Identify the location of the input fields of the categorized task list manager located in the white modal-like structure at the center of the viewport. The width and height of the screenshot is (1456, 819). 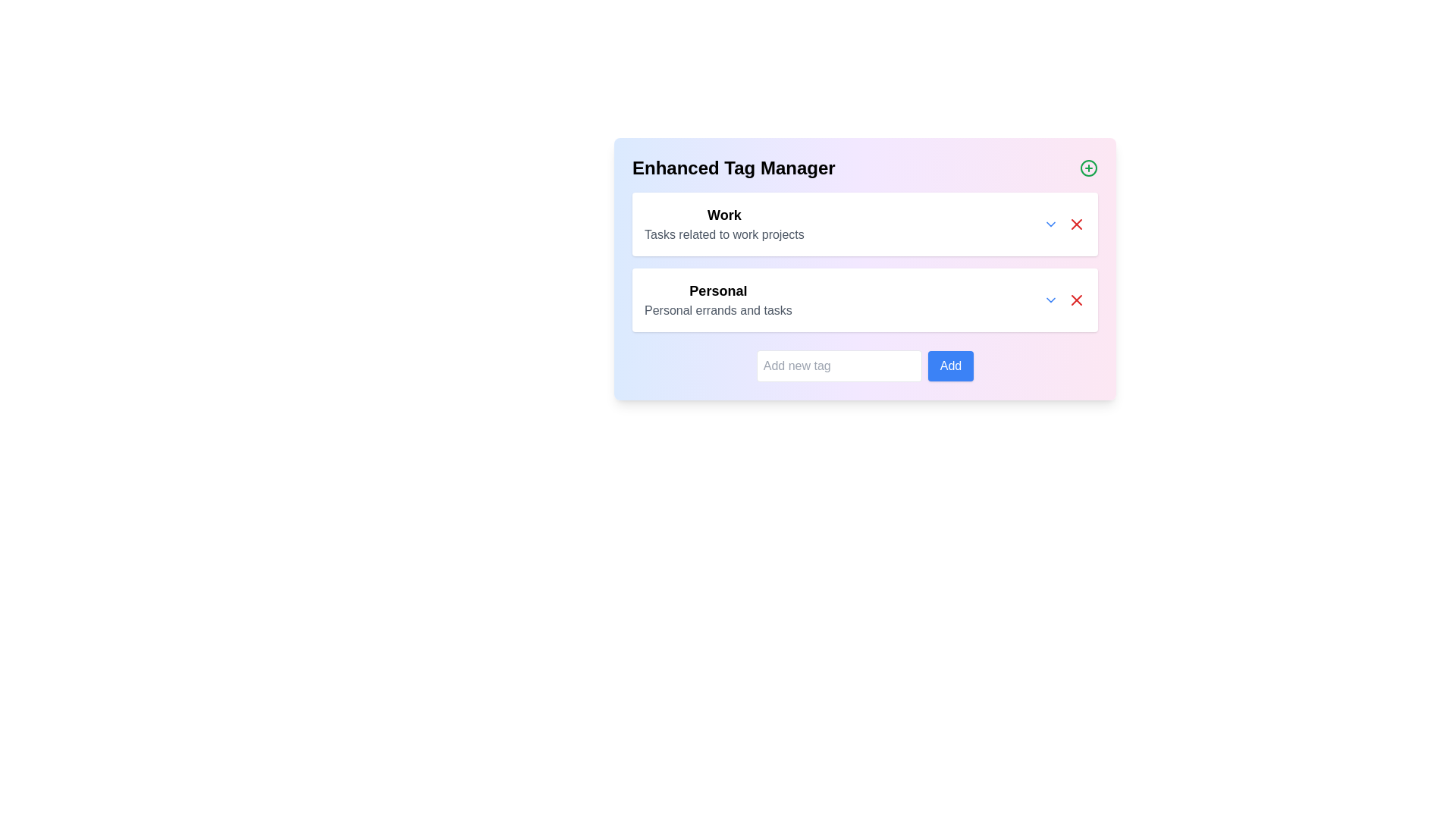
(865, 268).